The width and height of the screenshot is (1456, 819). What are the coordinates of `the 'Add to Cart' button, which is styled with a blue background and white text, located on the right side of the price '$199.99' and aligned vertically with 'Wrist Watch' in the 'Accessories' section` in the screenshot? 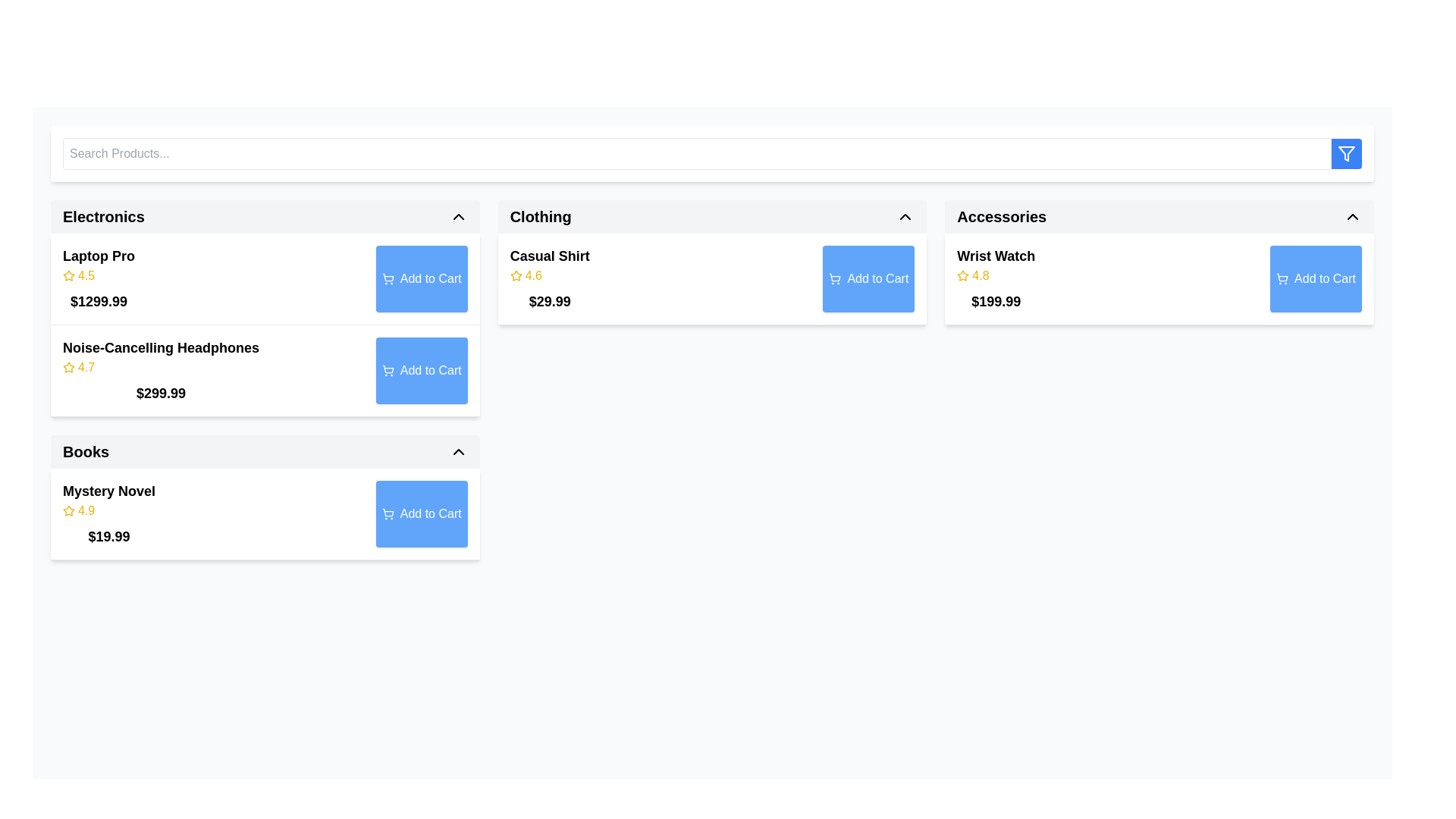 It's located at (1315, 278).